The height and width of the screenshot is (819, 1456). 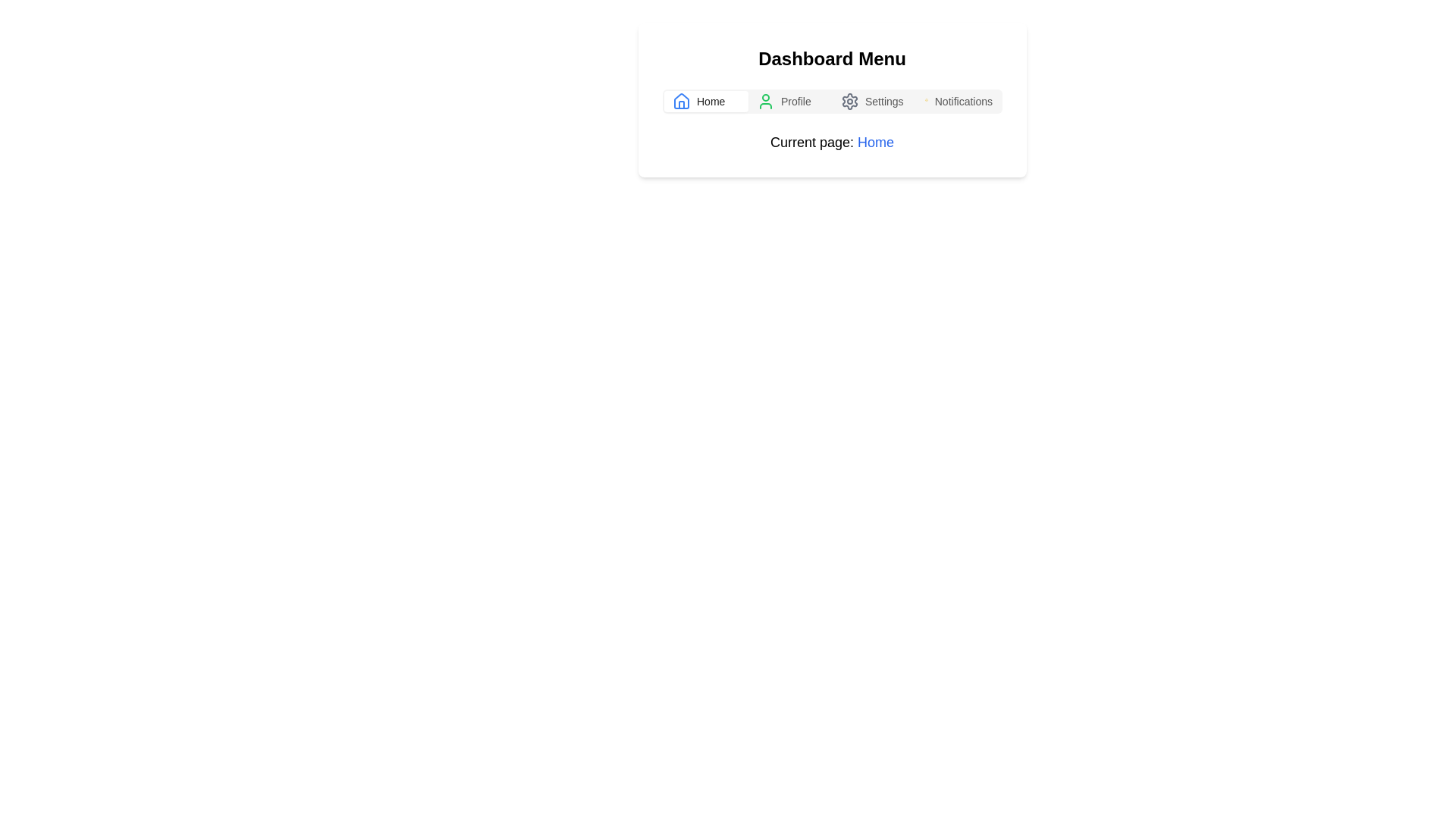 What do you see at coordinates (789, 102) in the screenshot?
I see `the 'Profile' button with a user silhouette icon` at bounding box center [789, 102].